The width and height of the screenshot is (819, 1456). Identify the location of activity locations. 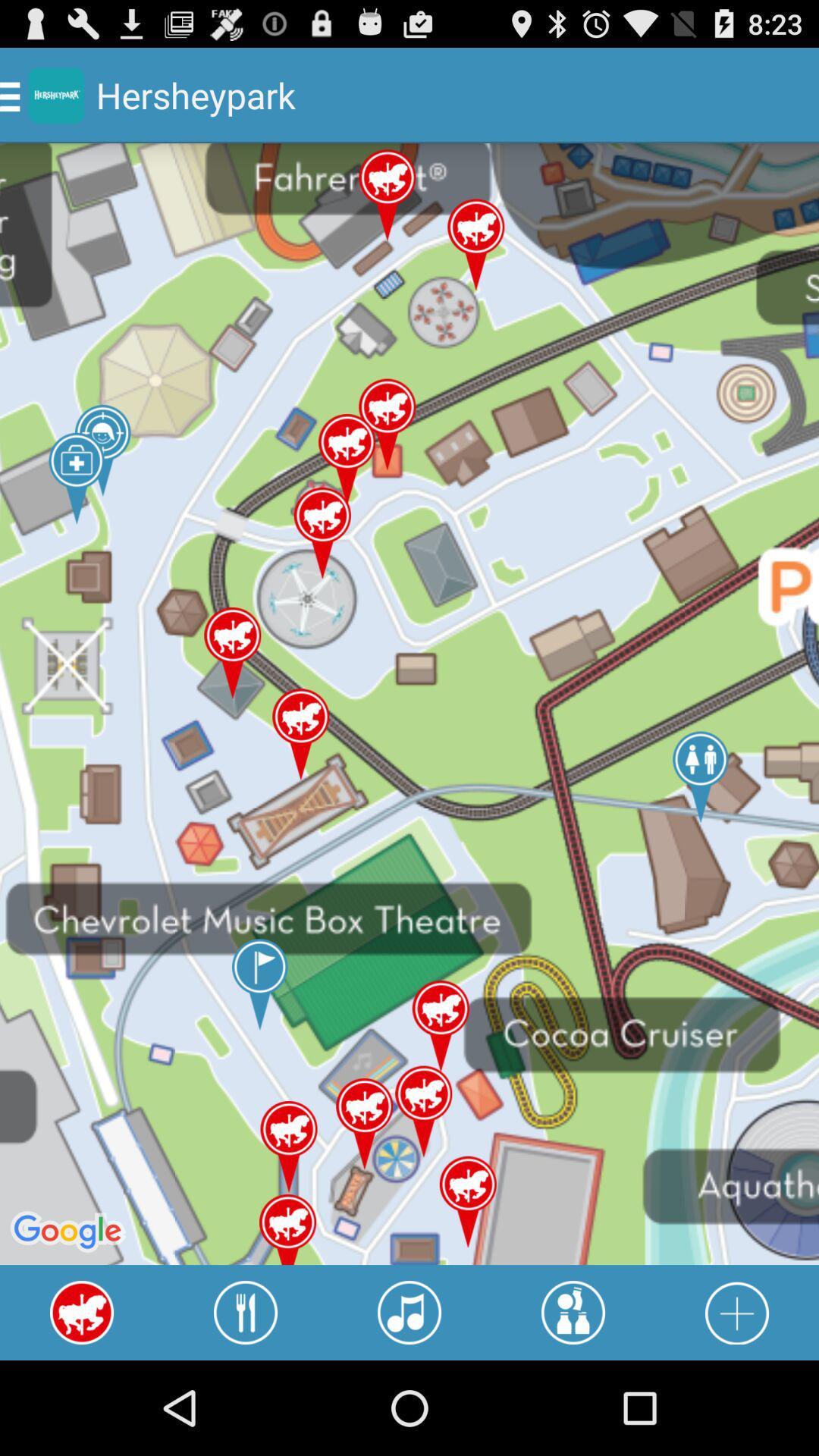
(573, 1312).